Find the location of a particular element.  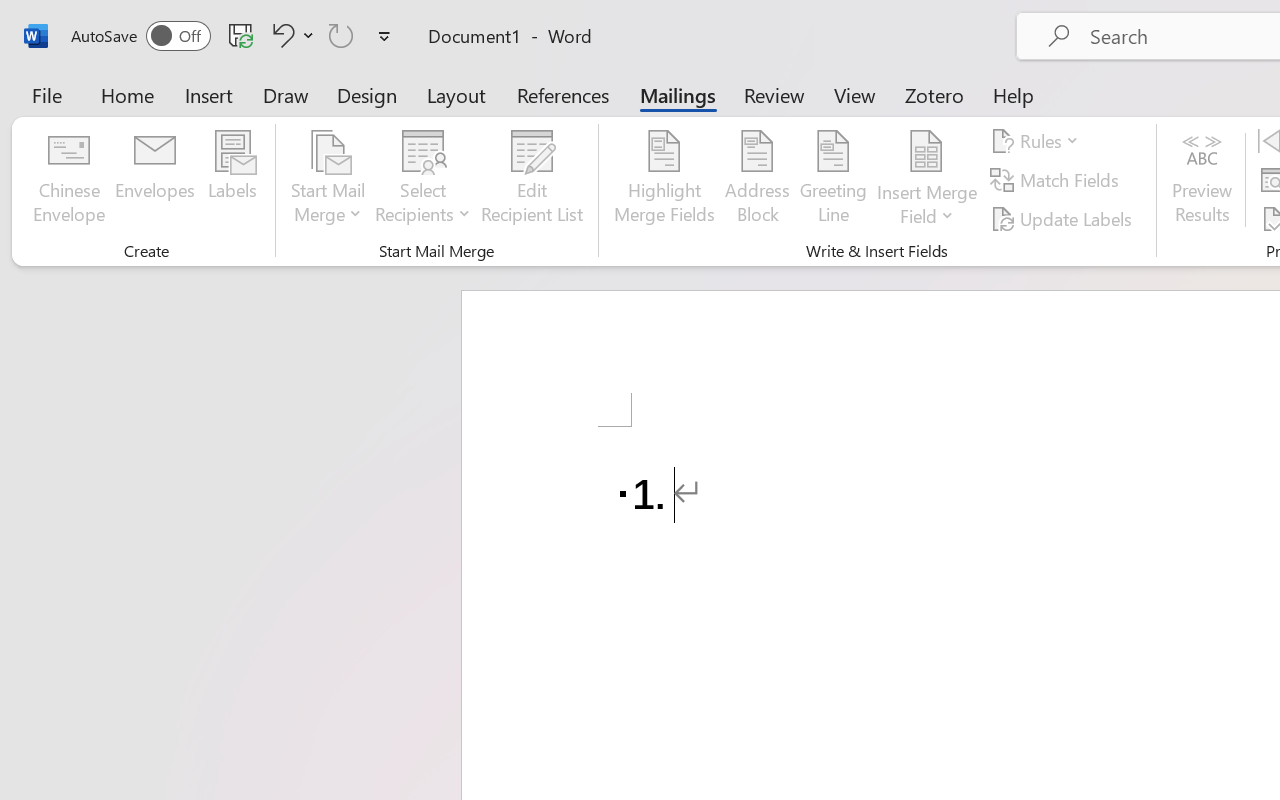

'Insert Merge Field' is located at coordinates (926, 151).